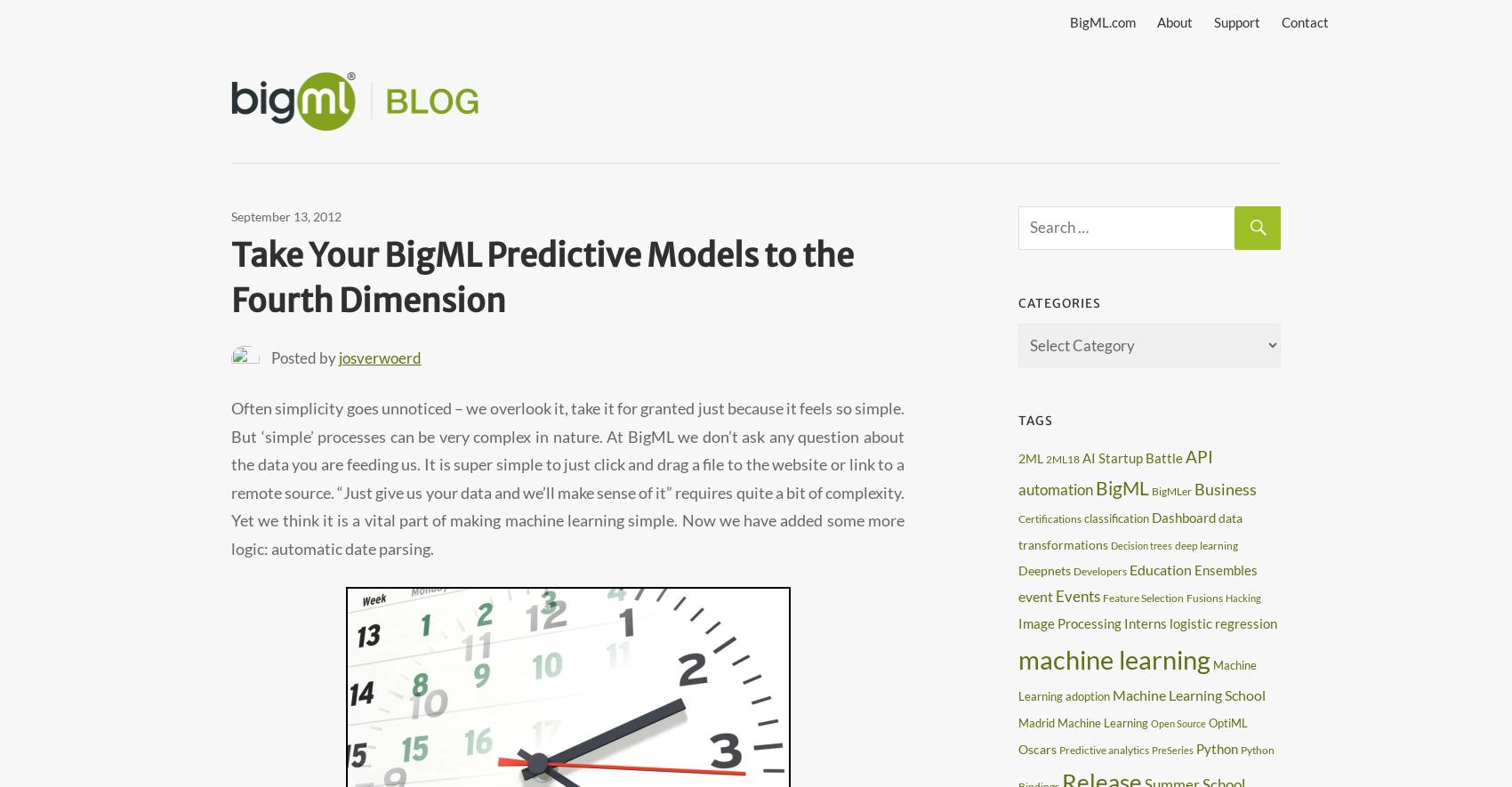  I want to click on 'Business', so click(1226, 486).